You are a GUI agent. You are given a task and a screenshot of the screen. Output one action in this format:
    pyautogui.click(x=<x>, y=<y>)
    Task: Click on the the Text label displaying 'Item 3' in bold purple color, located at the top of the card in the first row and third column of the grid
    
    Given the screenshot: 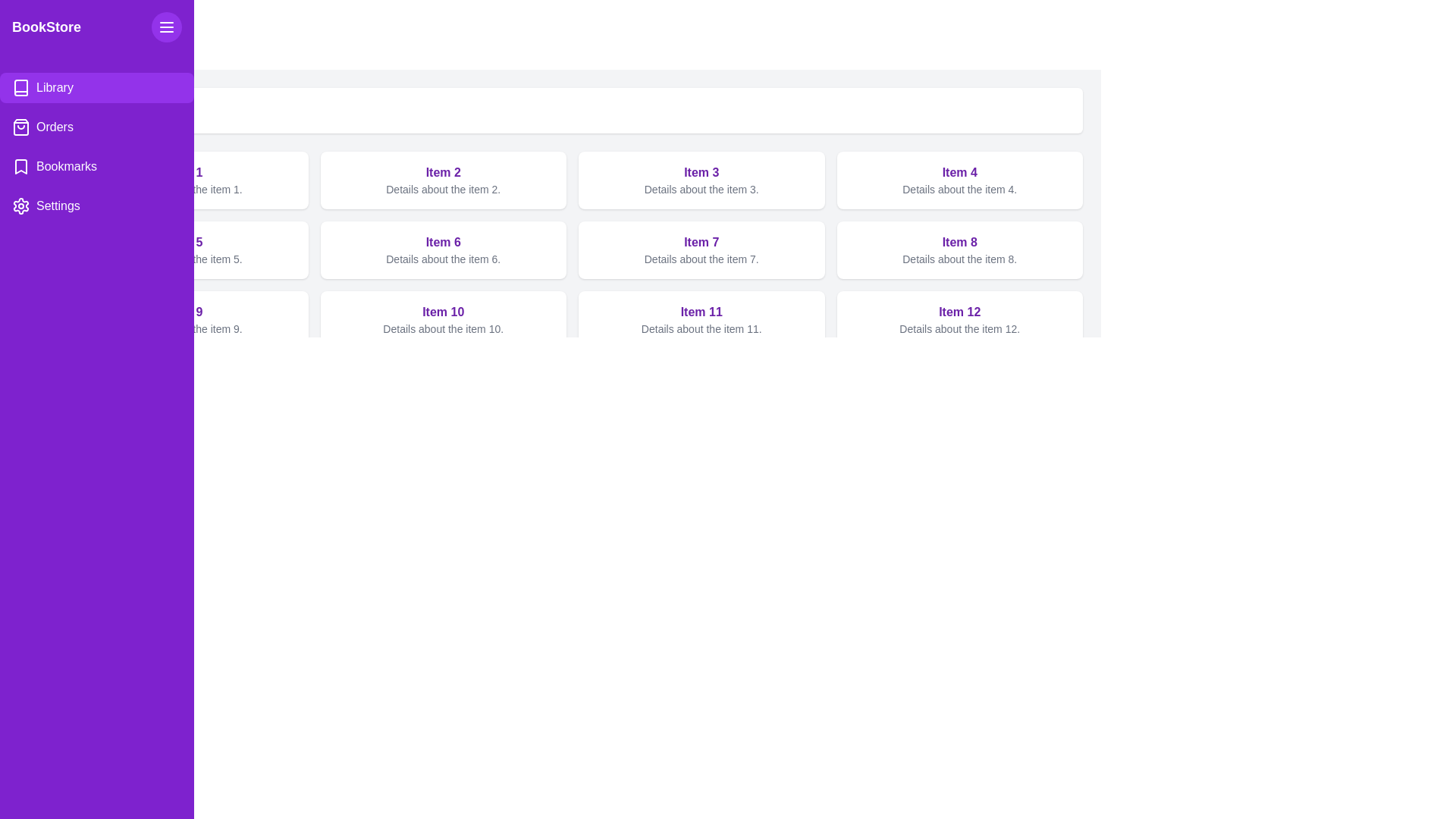 What is the action you would take?
    pyautogui.click(x=701, y=171)
    